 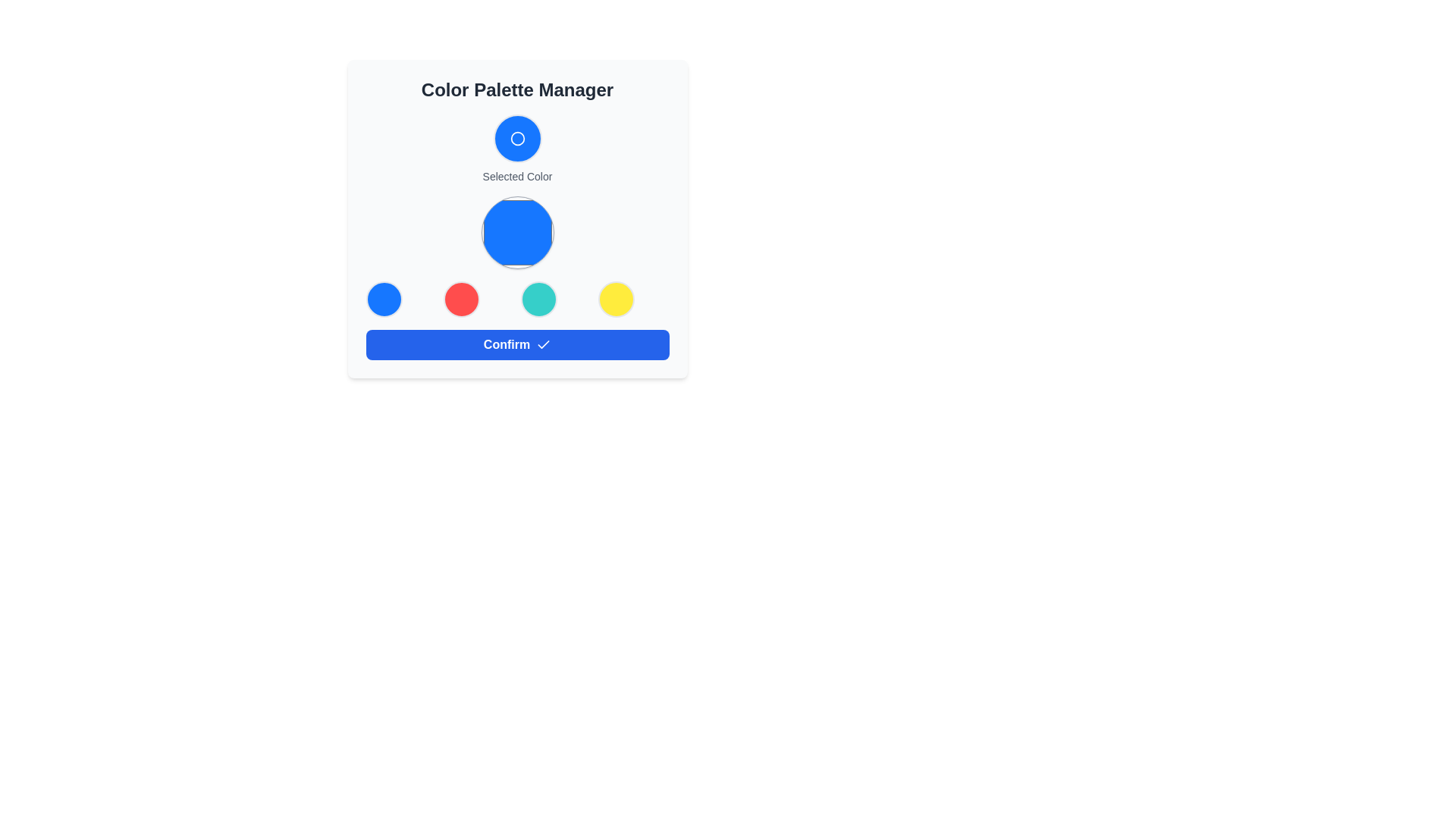 What do you see at coordinates (384, 299) in the screenshot?
I see `the blue color selector button, which is the first circular button in a row of four located near the bottom of the interface` at bounding box center [384, 299].